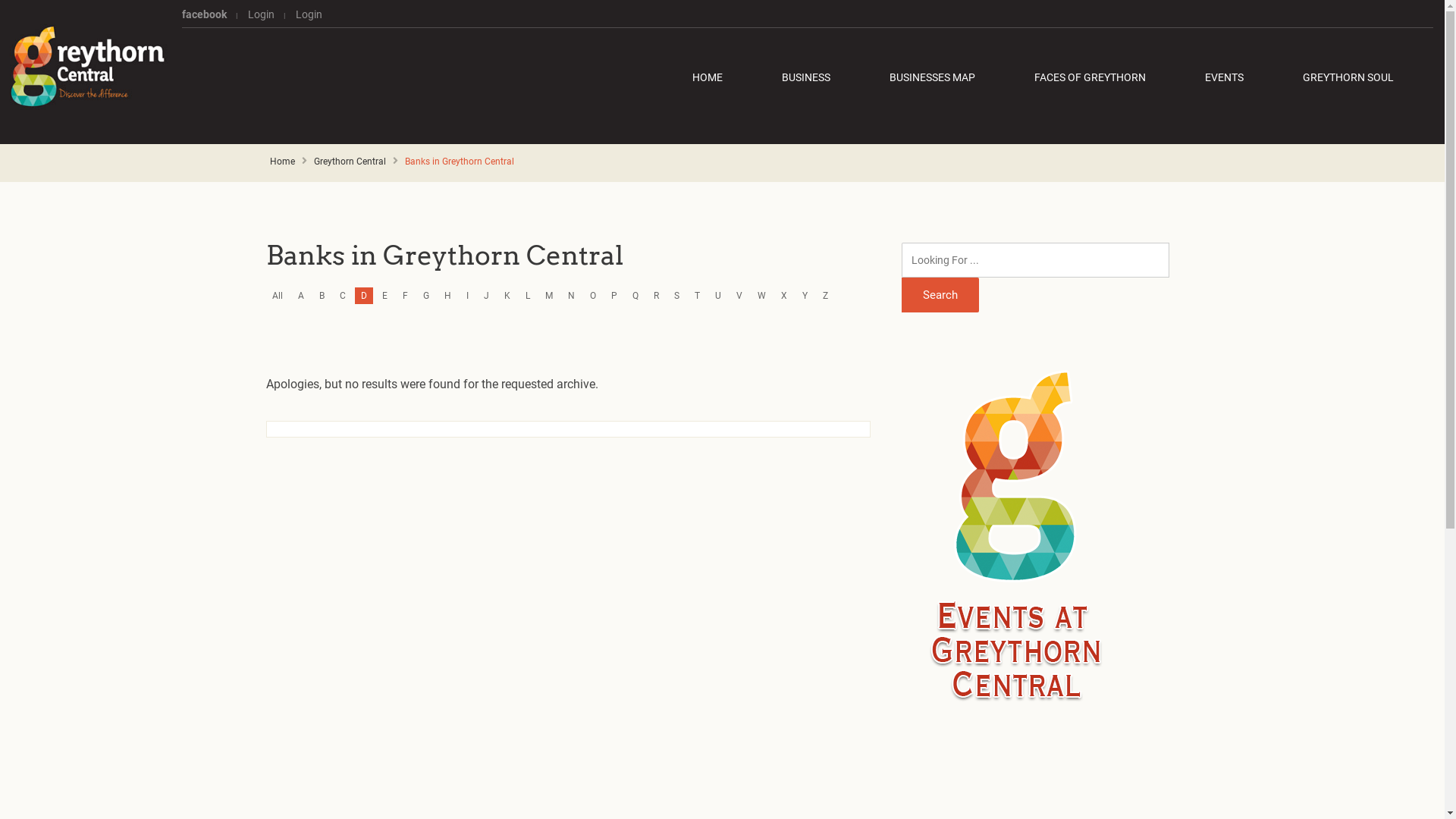  What do you see at coordinates (466, 295) in the screenshot?
I see `'I'` at bounding box center [466, 295].